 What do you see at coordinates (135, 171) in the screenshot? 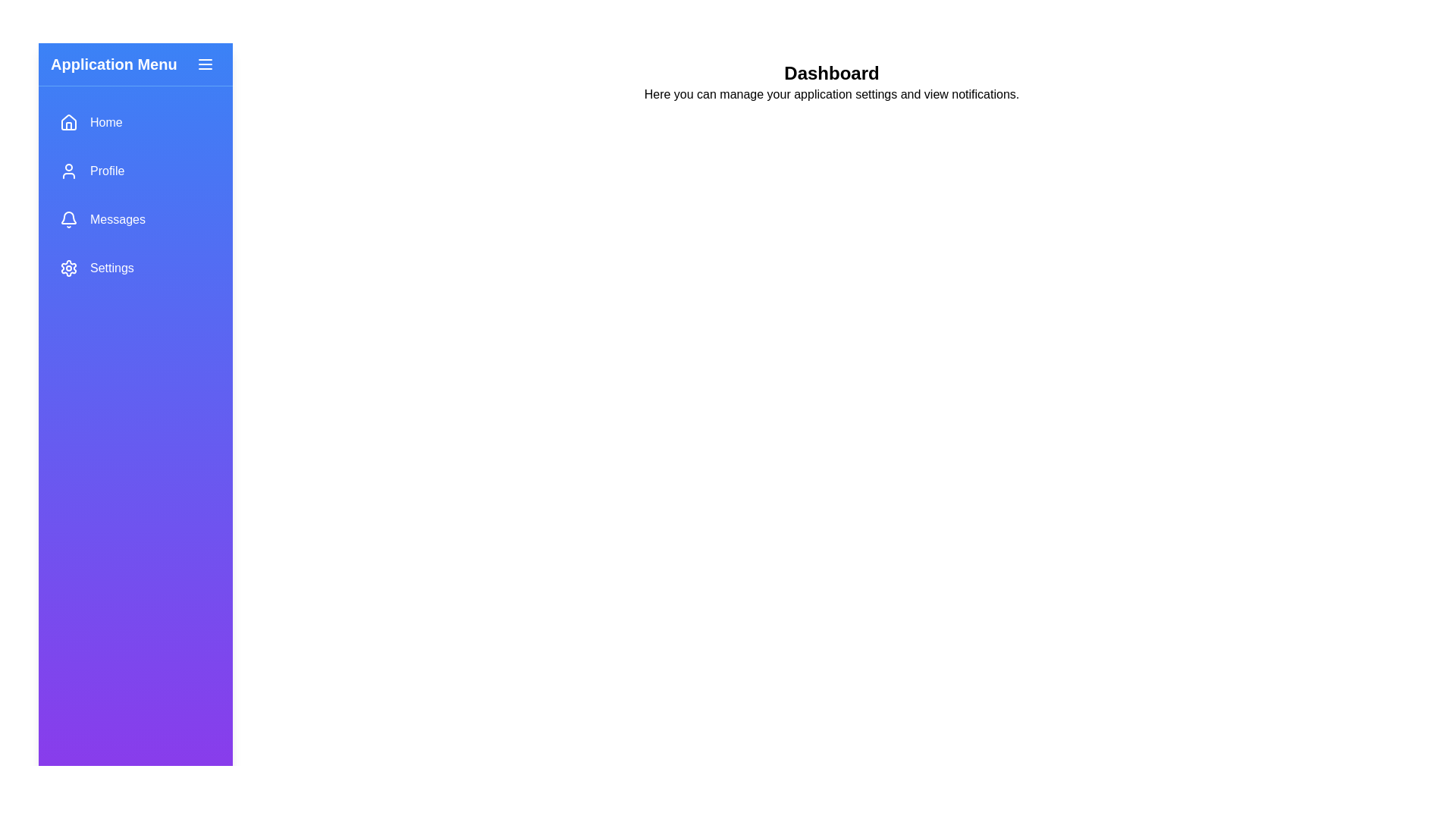
I see `the second item in the vertical menu list, which serves as a navigation link to the user's profile section` at bounding box center [135, 171].